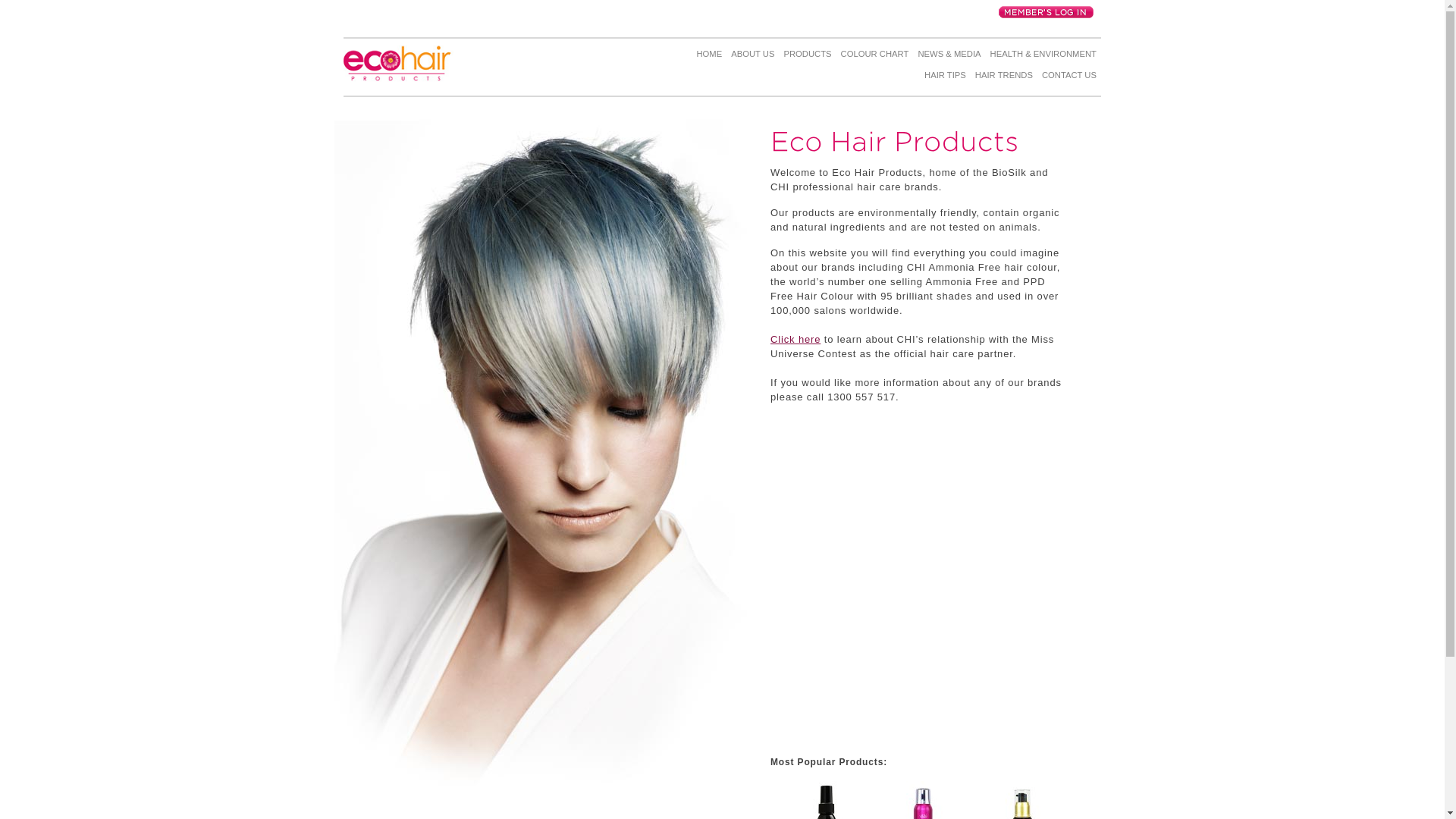 The height and width of the screenshot is (819, 1456). What do you see at coordinates (874, 55) in the screenshot?
I see `'COLOUR CHART'` at bounding box center [874, 55].